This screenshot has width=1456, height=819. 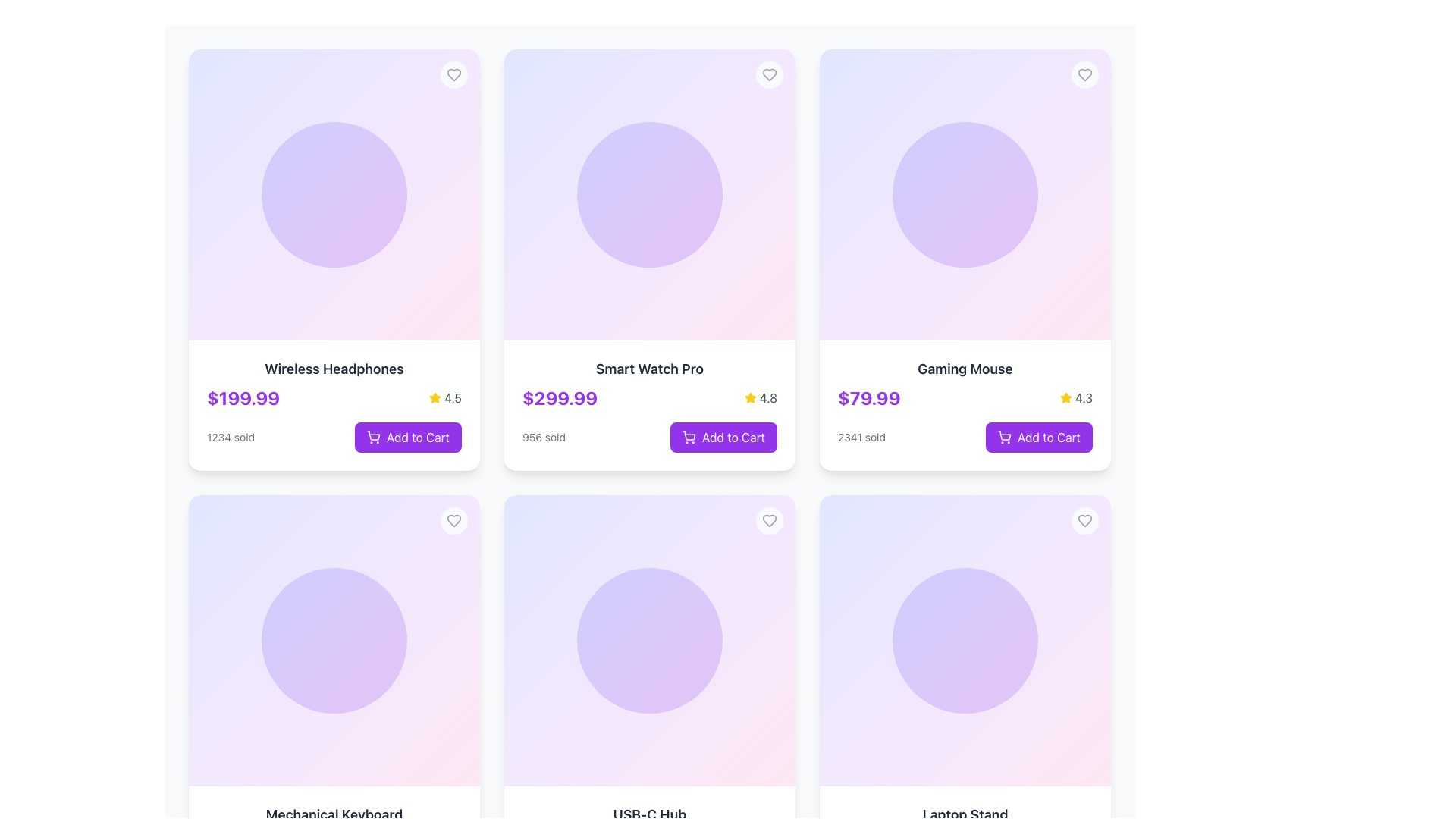 What do you see at coordinates (688, 438) in the screenshot?
I see `the shopping cart icon on the 'Add to Cart' button for the 'Smart Watch Pro' product to initiate the action of adding the item to the cart` at bounding box center [688, 438].